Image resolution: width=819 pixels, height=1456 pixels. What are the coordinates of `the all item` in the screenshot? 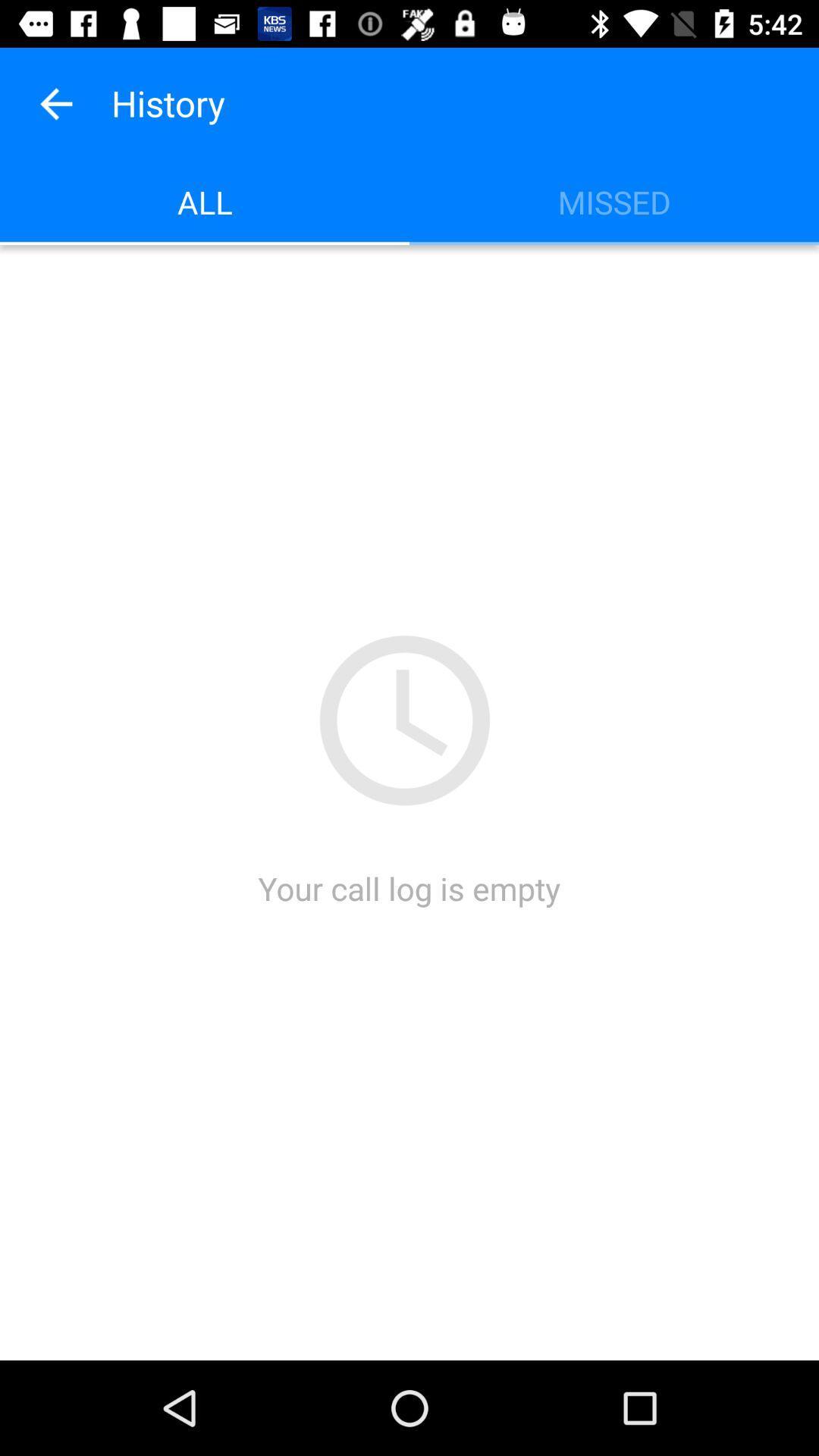 It's located at (205, 201).